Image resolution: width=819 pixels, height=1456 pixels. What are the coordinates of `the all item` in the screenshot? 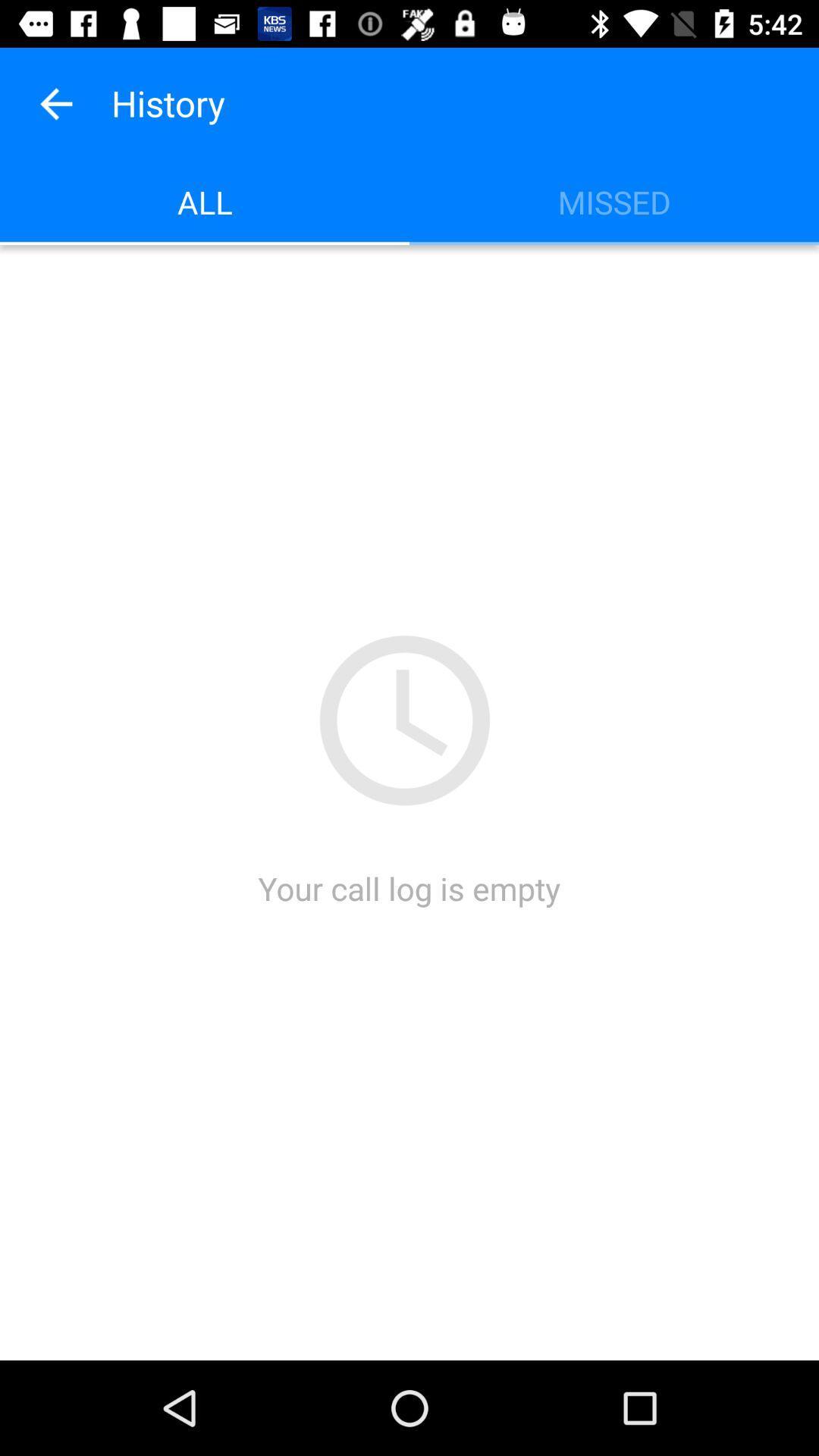 It's located at (205, 201).